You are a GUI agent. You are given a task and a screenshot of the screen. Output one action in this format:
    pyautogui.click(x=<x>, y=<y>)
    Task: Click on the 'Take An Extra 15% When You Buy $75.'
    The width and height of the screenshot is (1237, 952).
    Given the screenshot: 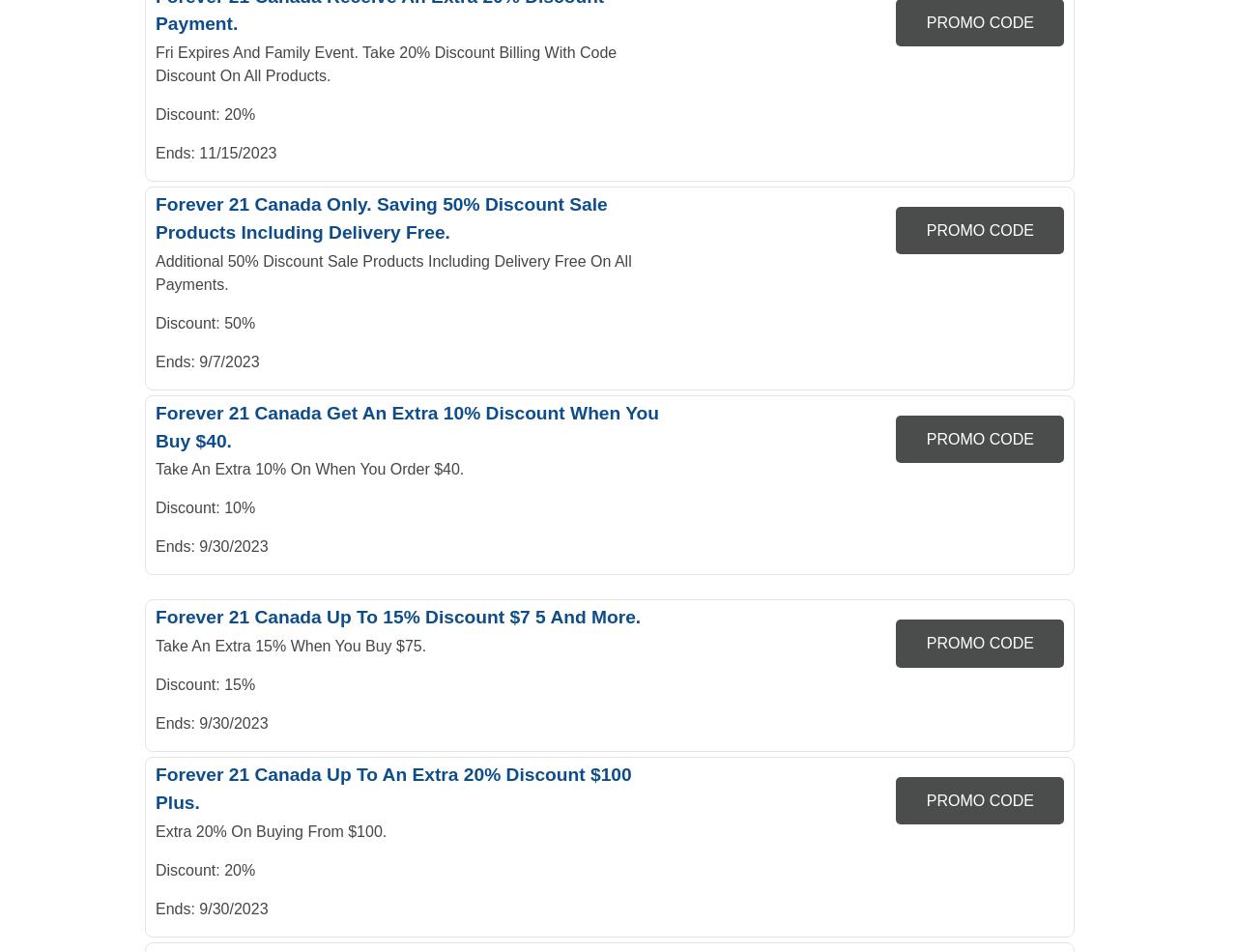 What is the action you would take?
    pyautogui.click(x=290, y=645)
    